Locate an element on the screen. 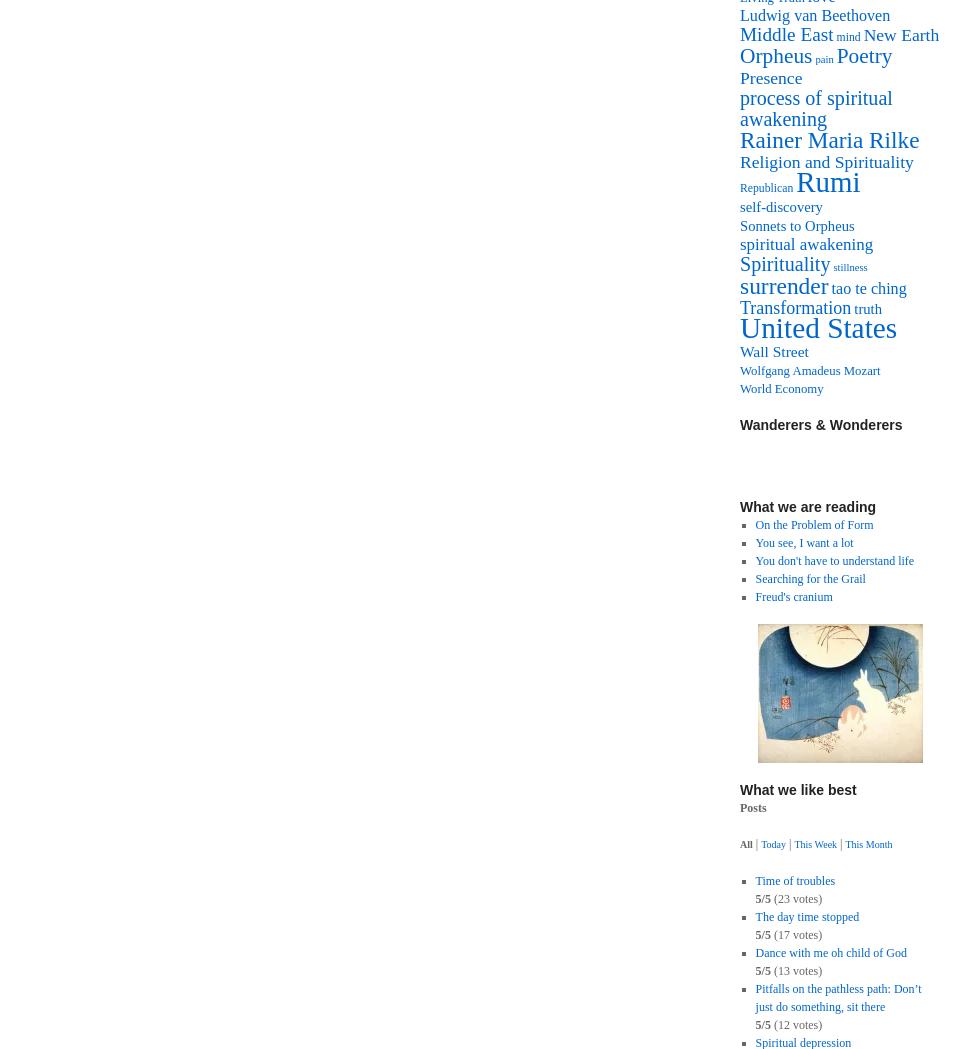 The image size is (980, 1049). 'New Earth' is located at coordinates (901, 34).